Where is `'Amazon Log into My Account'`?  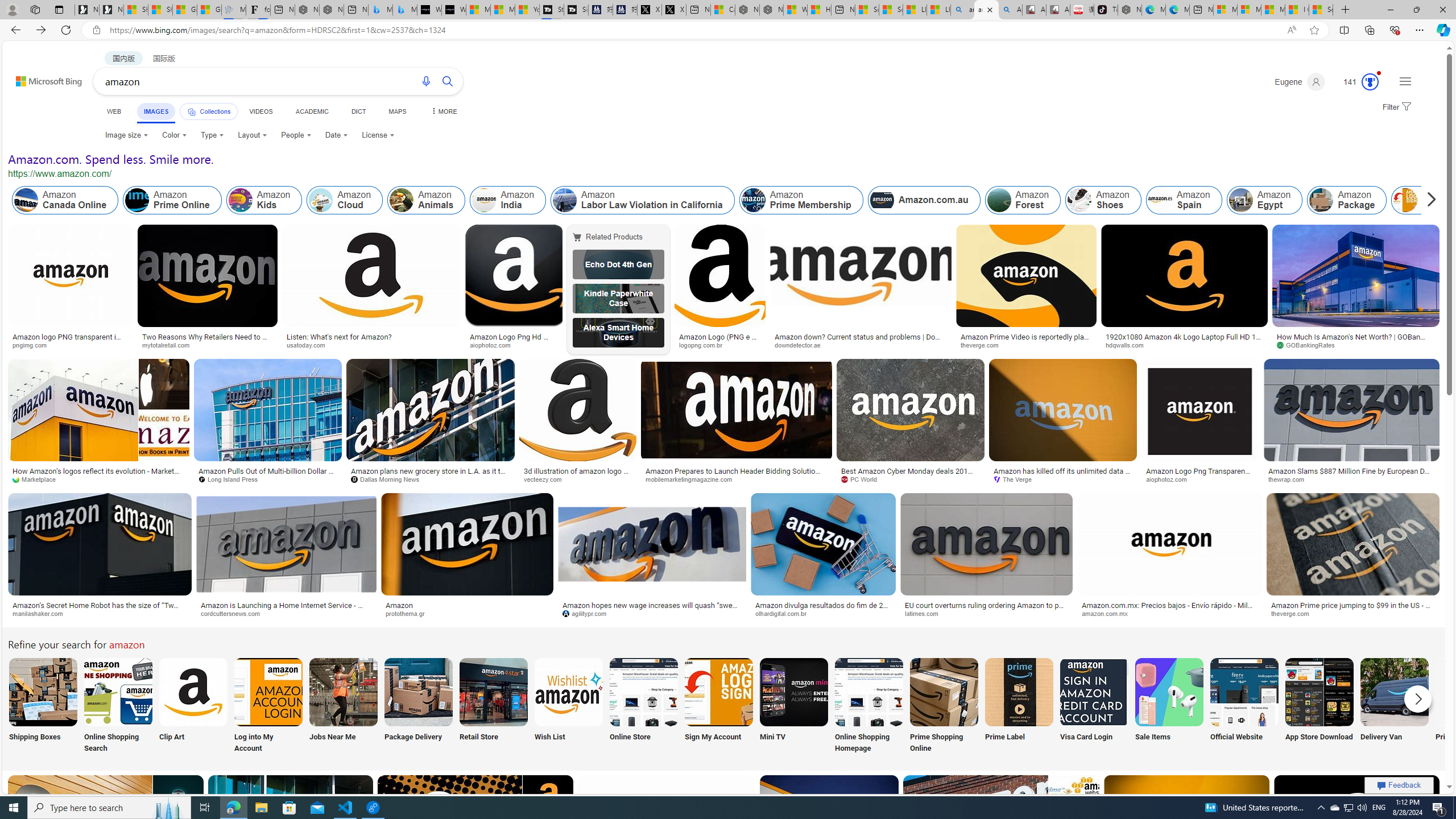
'Amazon Log into My Account' is located at coordinates (268, 691).